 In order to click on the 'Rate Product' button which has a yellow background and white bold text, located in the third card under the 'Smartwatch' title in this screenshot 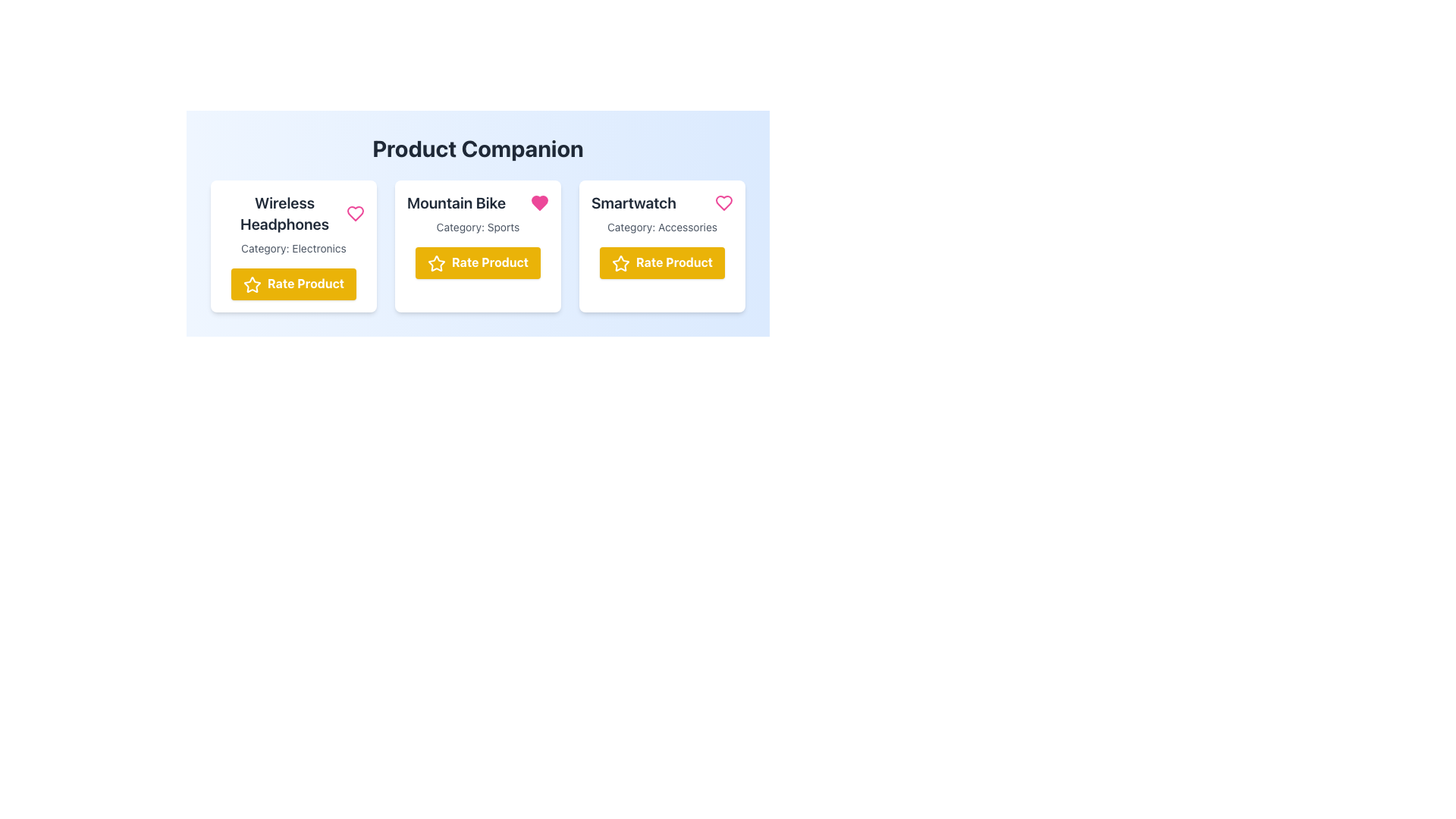, I will do `click(662, 262)`.